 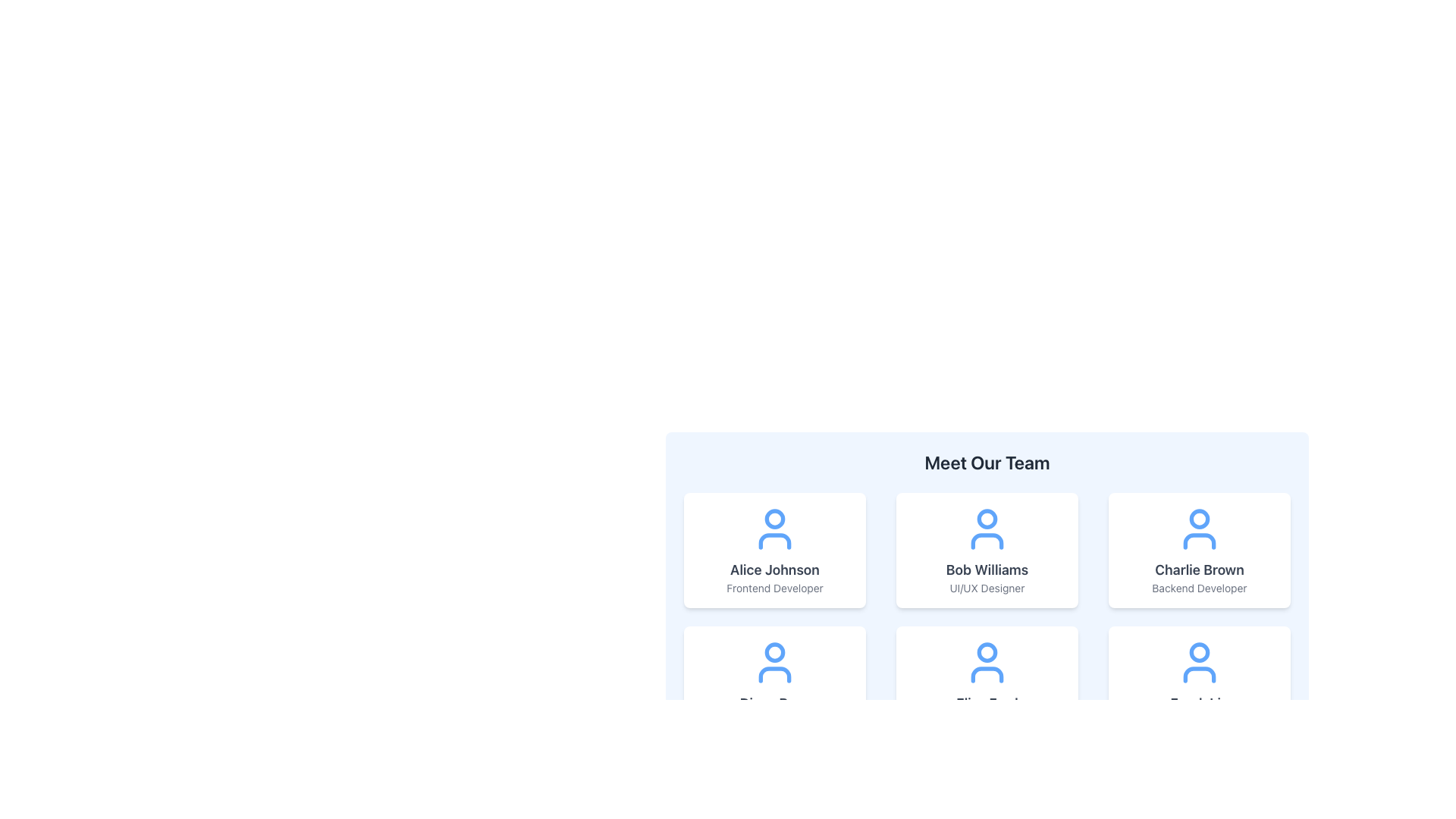 What do you see at coordinates (1199, 550) in the screenshot?
I see `the Profile Card displaying individual information, located in the third column of the first row within a grid of six profile cards` at bounding box center [1199, 550].